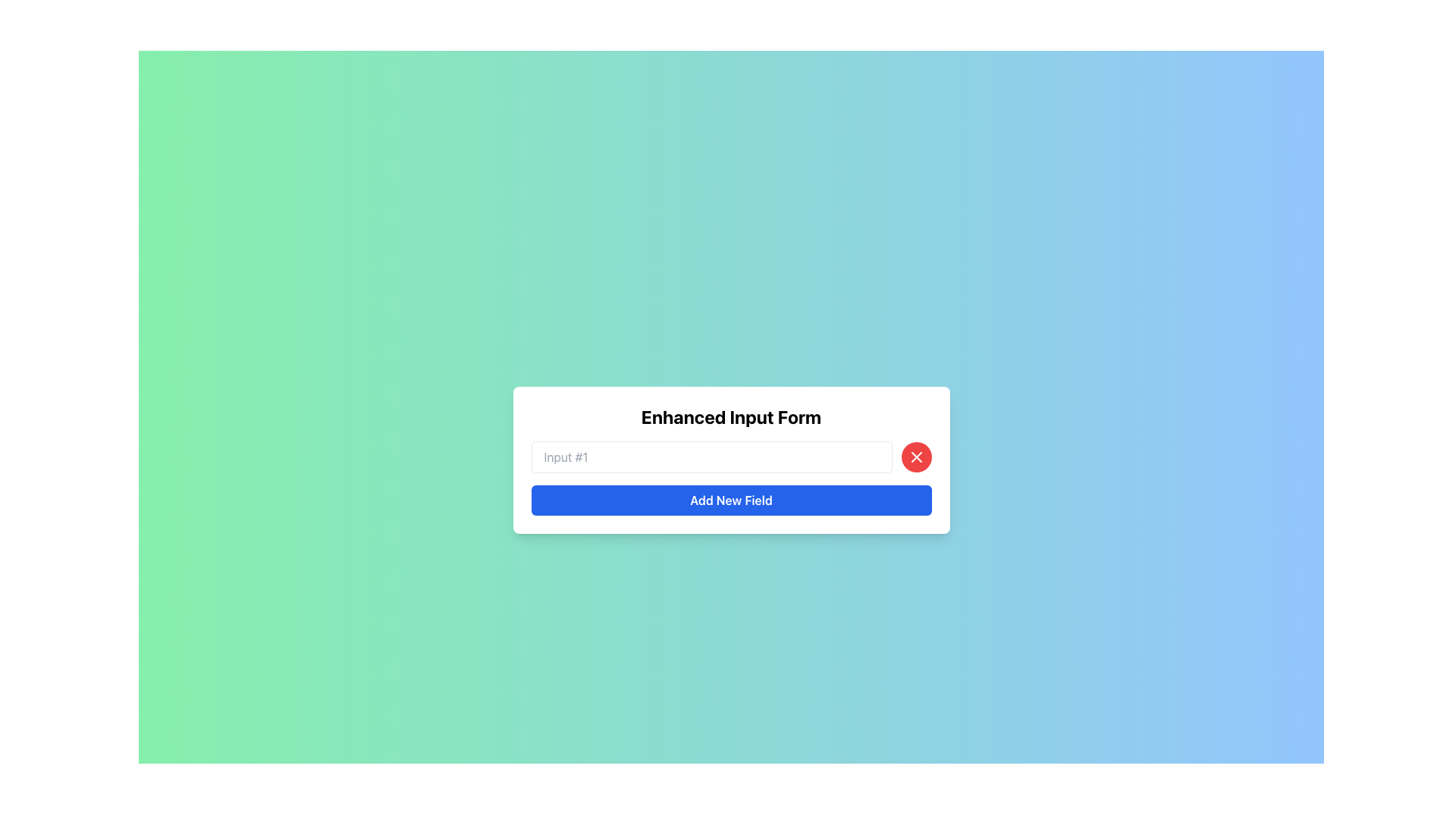  I want to click on the 'Add Input Field' button located at the bottom of the 'Enhanced Input Form' card to change its background color, so click(731, 500).